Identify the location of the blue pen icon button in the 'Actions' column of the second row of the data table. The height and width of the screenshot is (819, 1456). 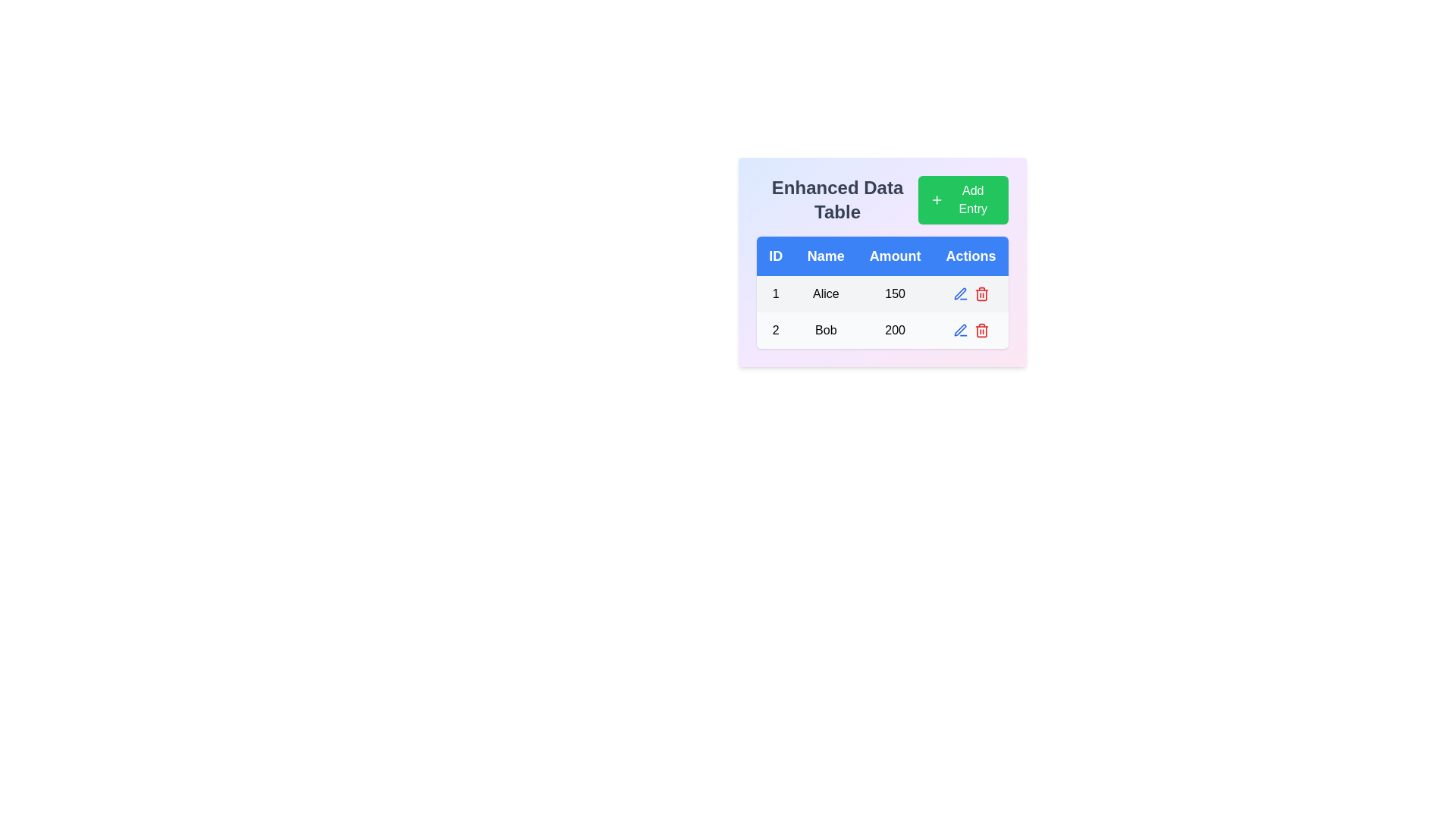
(959, 294).